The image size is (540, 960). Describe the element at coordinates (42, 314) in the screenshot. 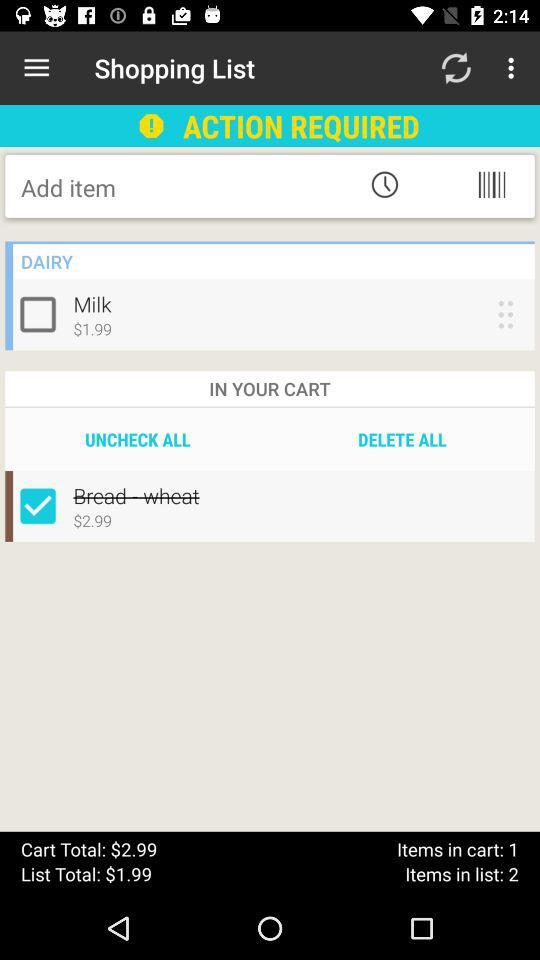

I see `include milk` at that location.